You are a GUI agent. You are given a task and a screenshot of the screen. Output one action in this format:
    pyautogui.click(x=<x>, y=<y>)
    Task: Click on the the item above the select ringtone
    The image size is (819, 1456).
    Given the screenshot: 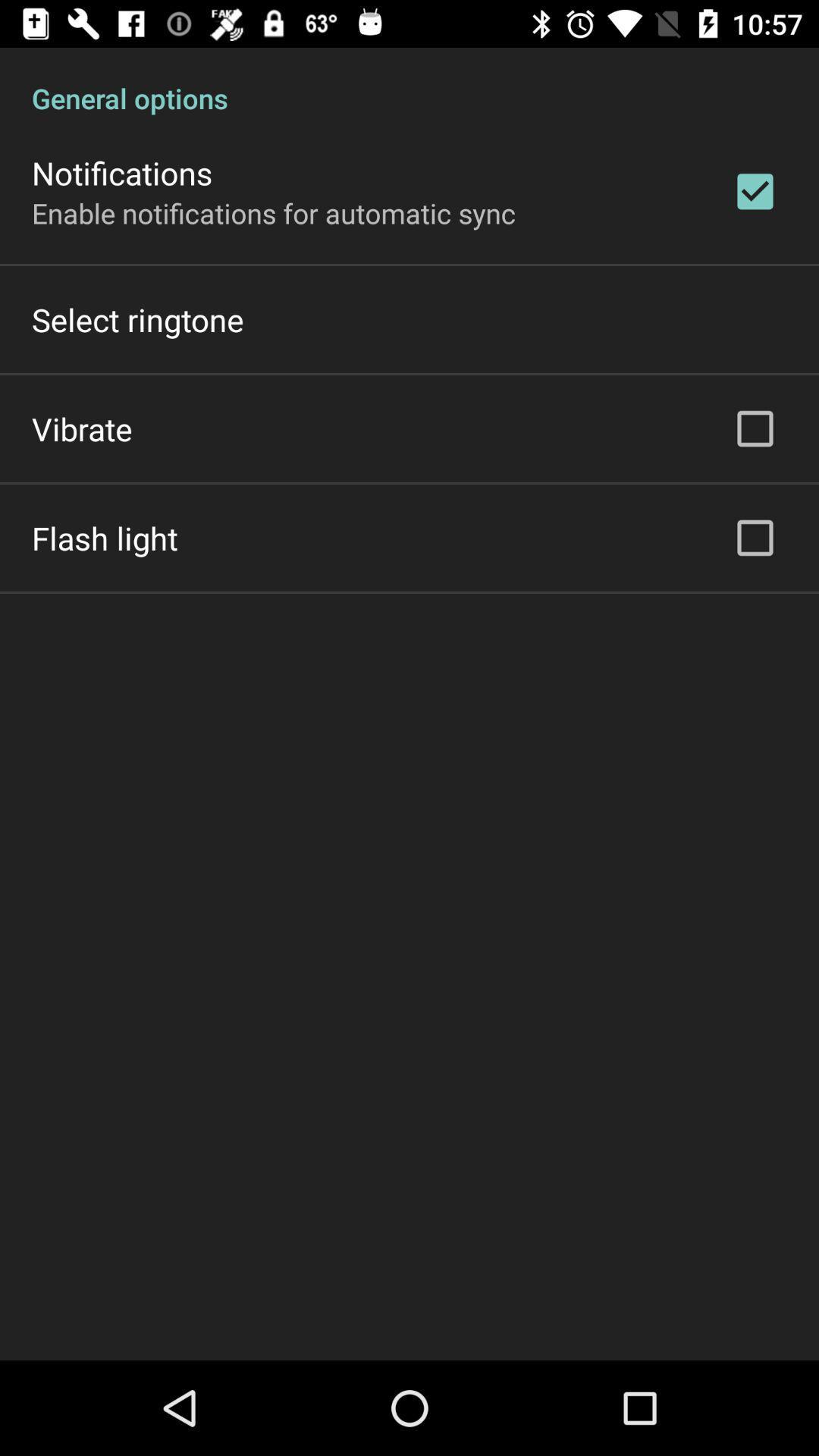 What is the action you would take?
    pyautogui.click(x=274, y=212)
    